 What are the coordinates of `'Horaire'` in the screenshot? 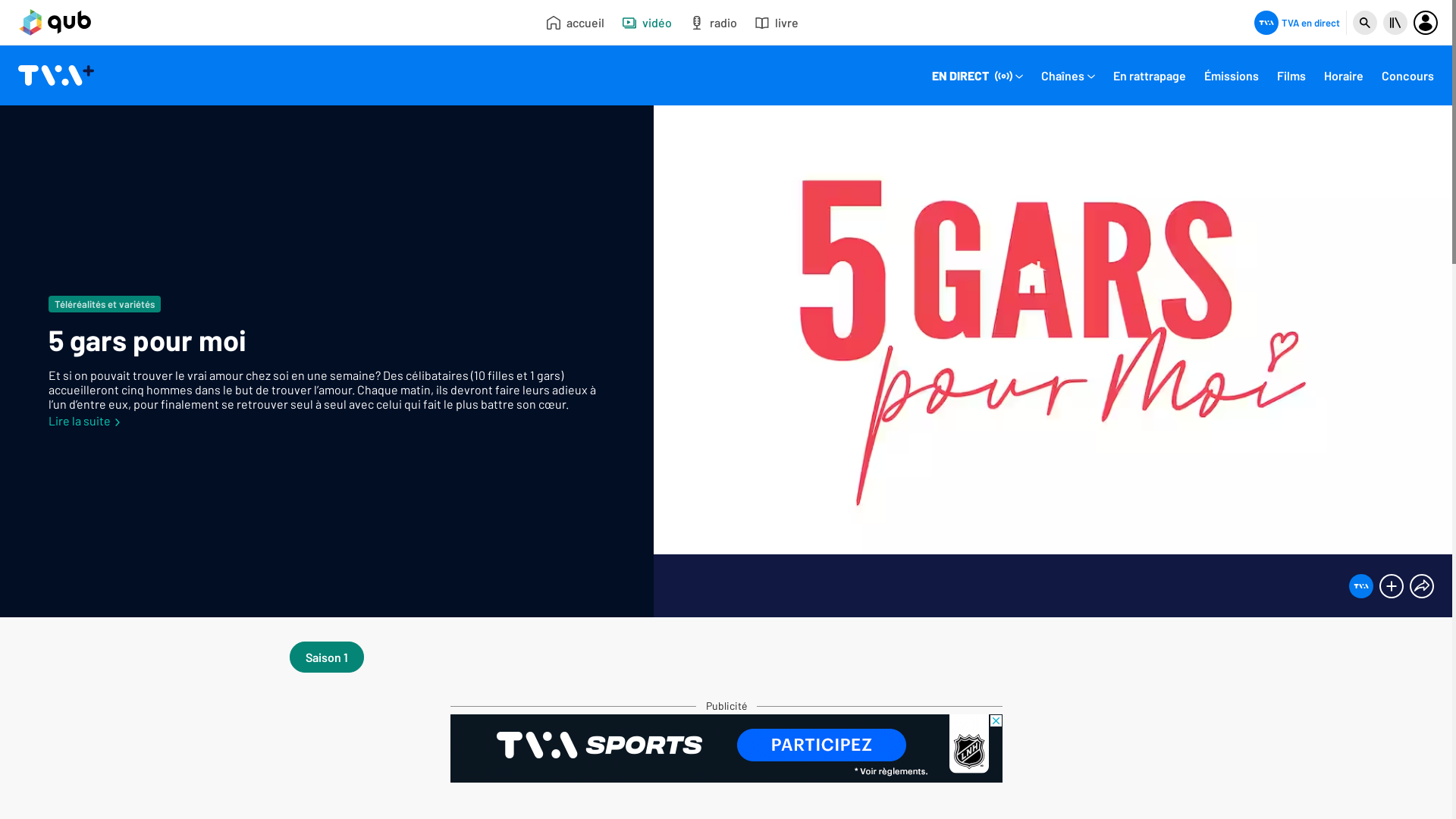 It's located at (1343, 77).